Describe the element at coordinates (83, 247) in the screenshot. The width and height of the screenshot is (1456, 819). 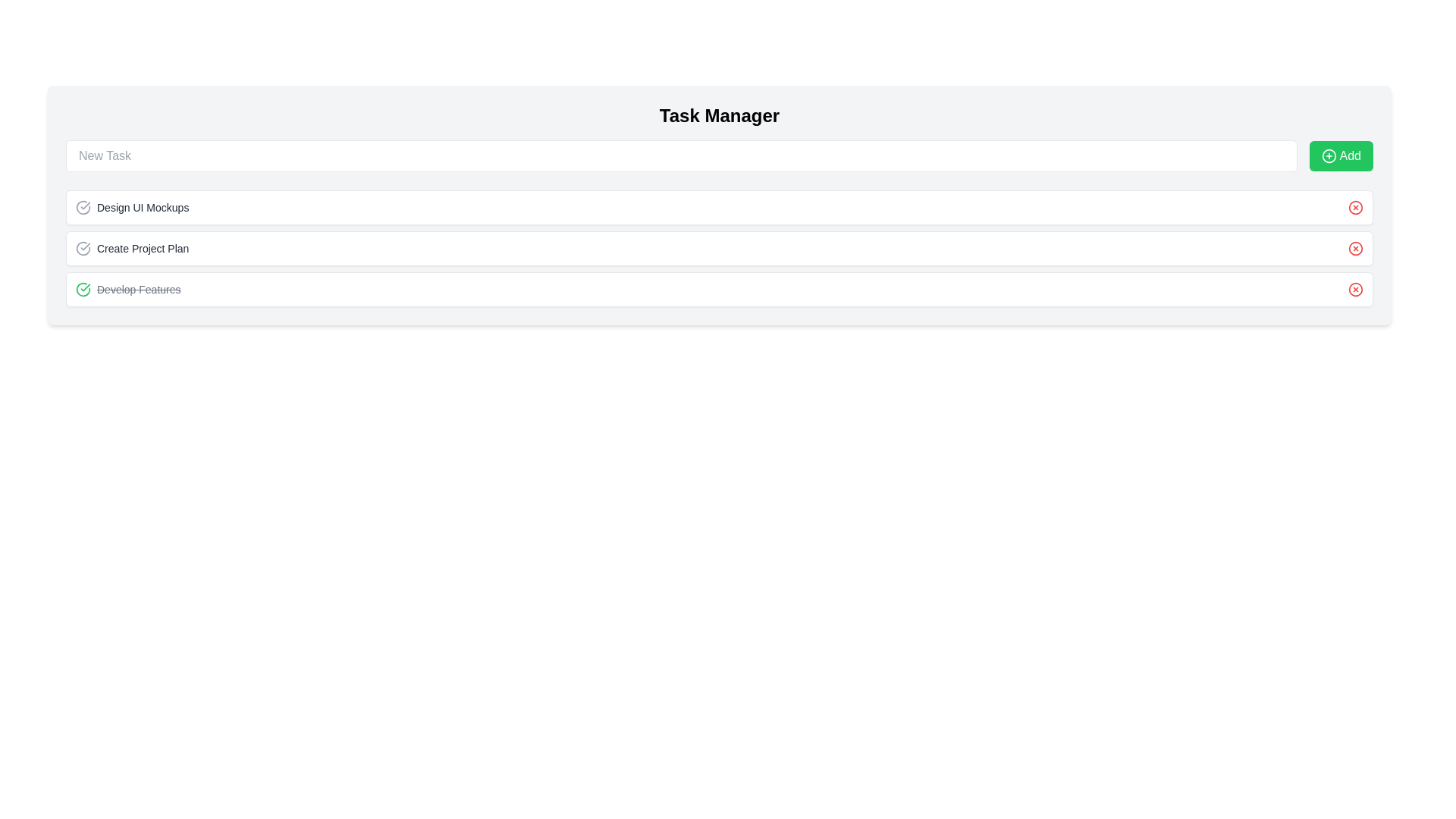
I see `the icon depicting a circle with a checkmark, located within the 'Create Project Plan' list item, which is the second entry in the task management interface` at that location.